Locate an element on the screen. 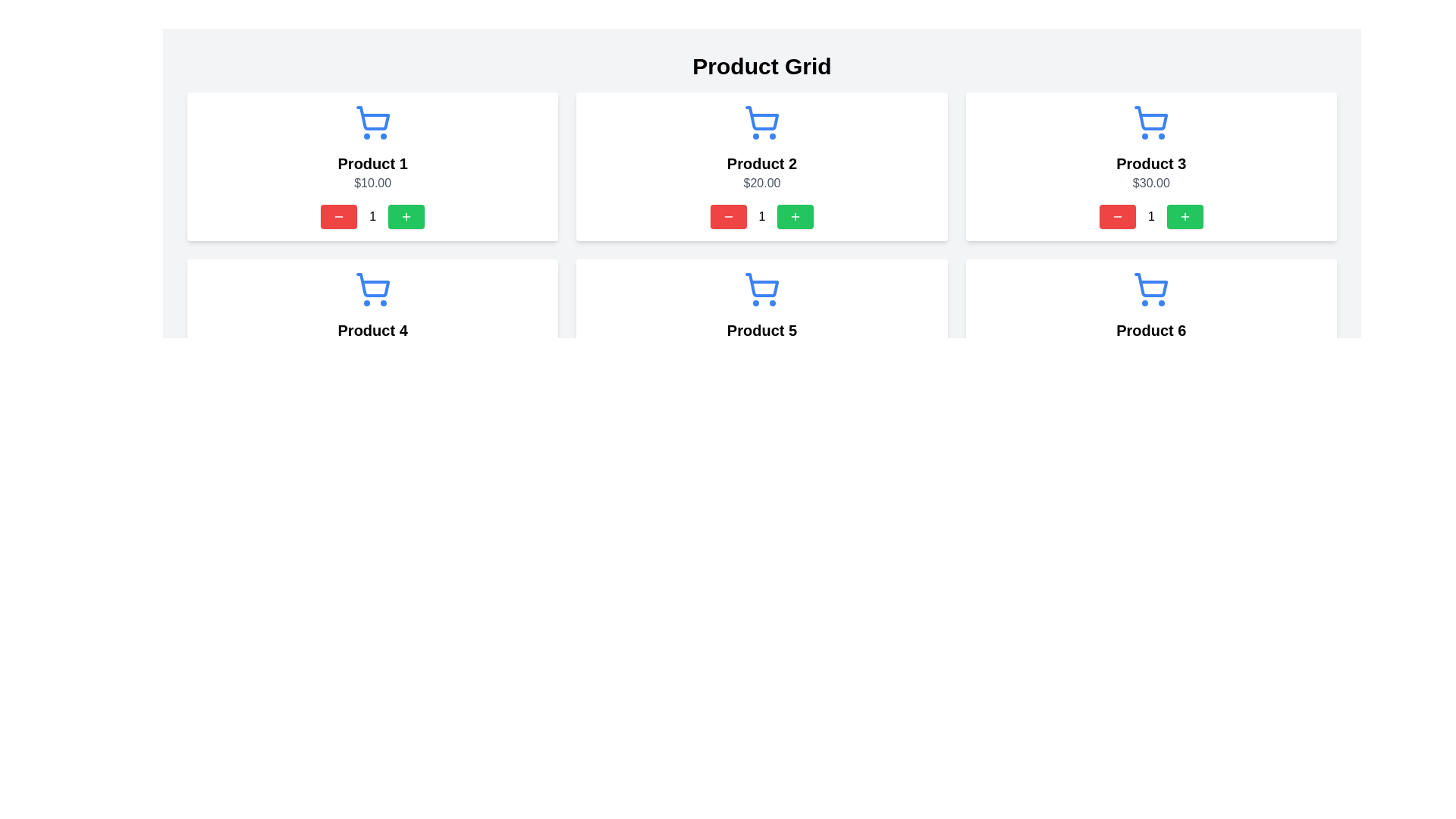 The image size is (1456, 819). the product name text label, which is centrally positioned below the shopping cart icon and above the price label ('$10.00') in the product grid is located at coordinates (372, 164).